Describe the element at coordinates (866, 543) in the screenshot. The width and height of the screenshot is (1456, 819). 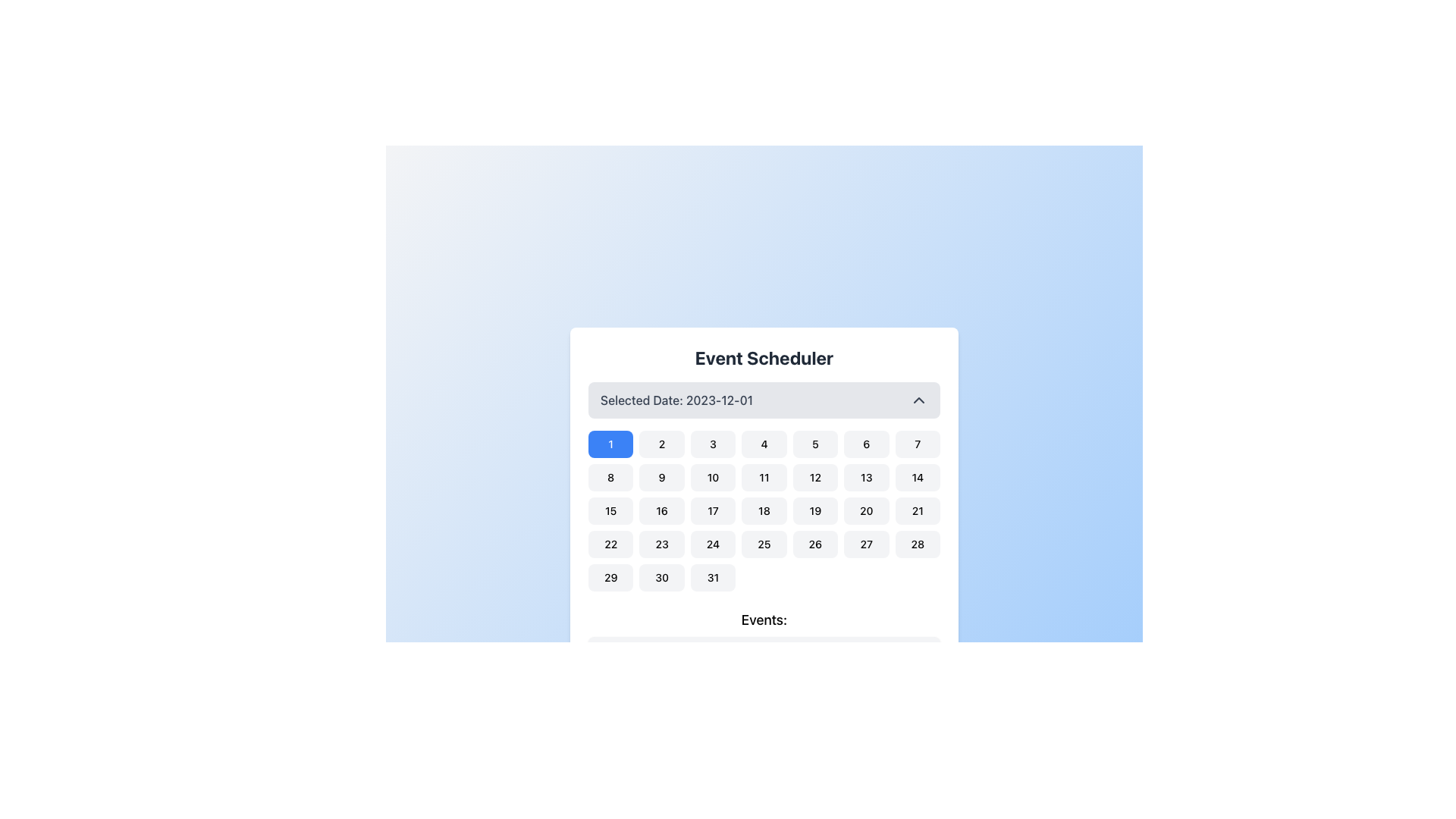
I see `the rectangular button with rounded corners labeled '27' in the last row, sixth column of the interactive calendar grid` at that location.